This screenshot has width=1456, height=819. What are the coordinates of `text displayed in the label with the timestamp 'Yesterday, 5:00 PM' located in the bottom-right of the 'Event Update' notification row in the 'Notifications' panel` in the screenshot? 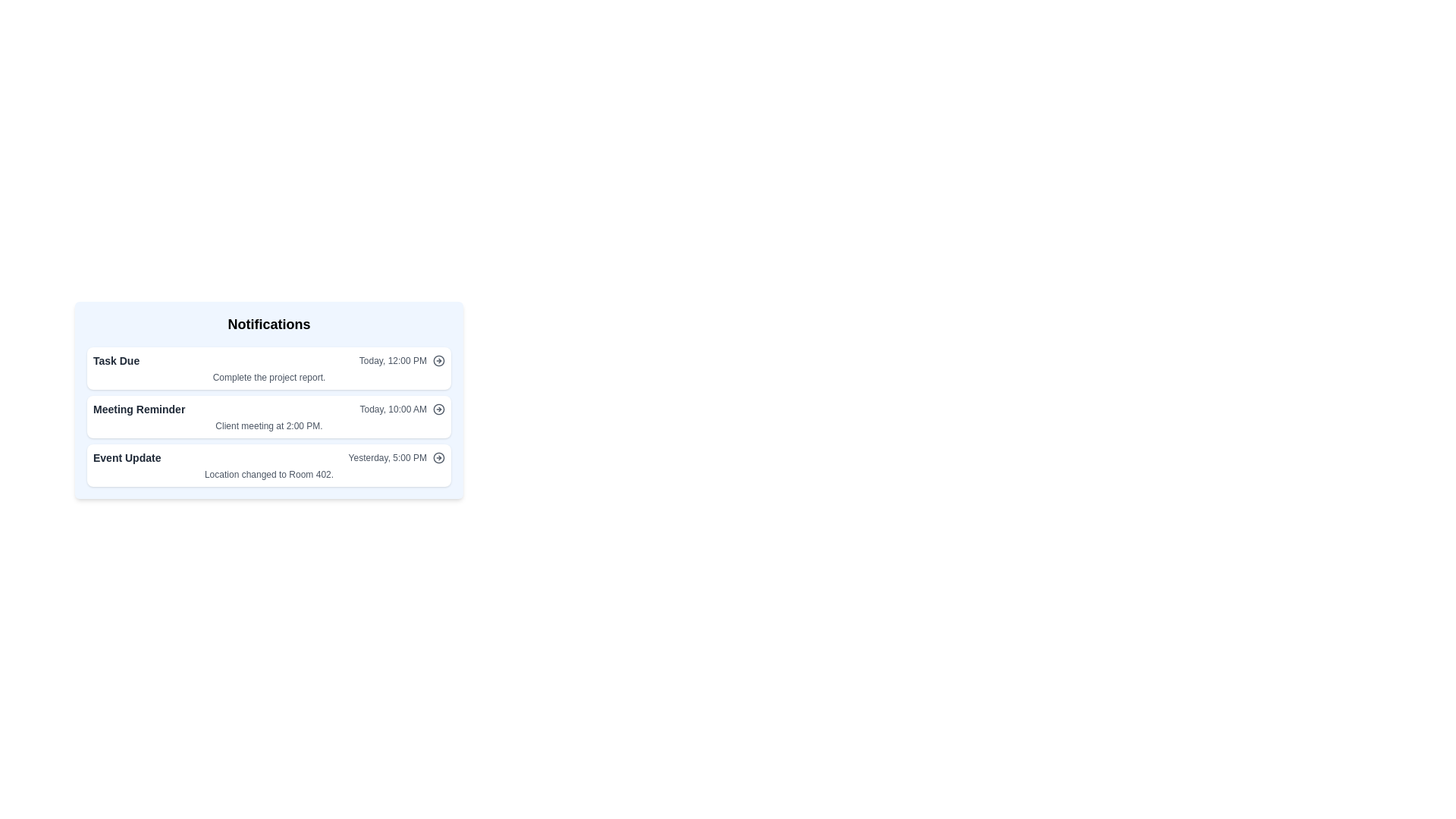 It's located at (397, 457).